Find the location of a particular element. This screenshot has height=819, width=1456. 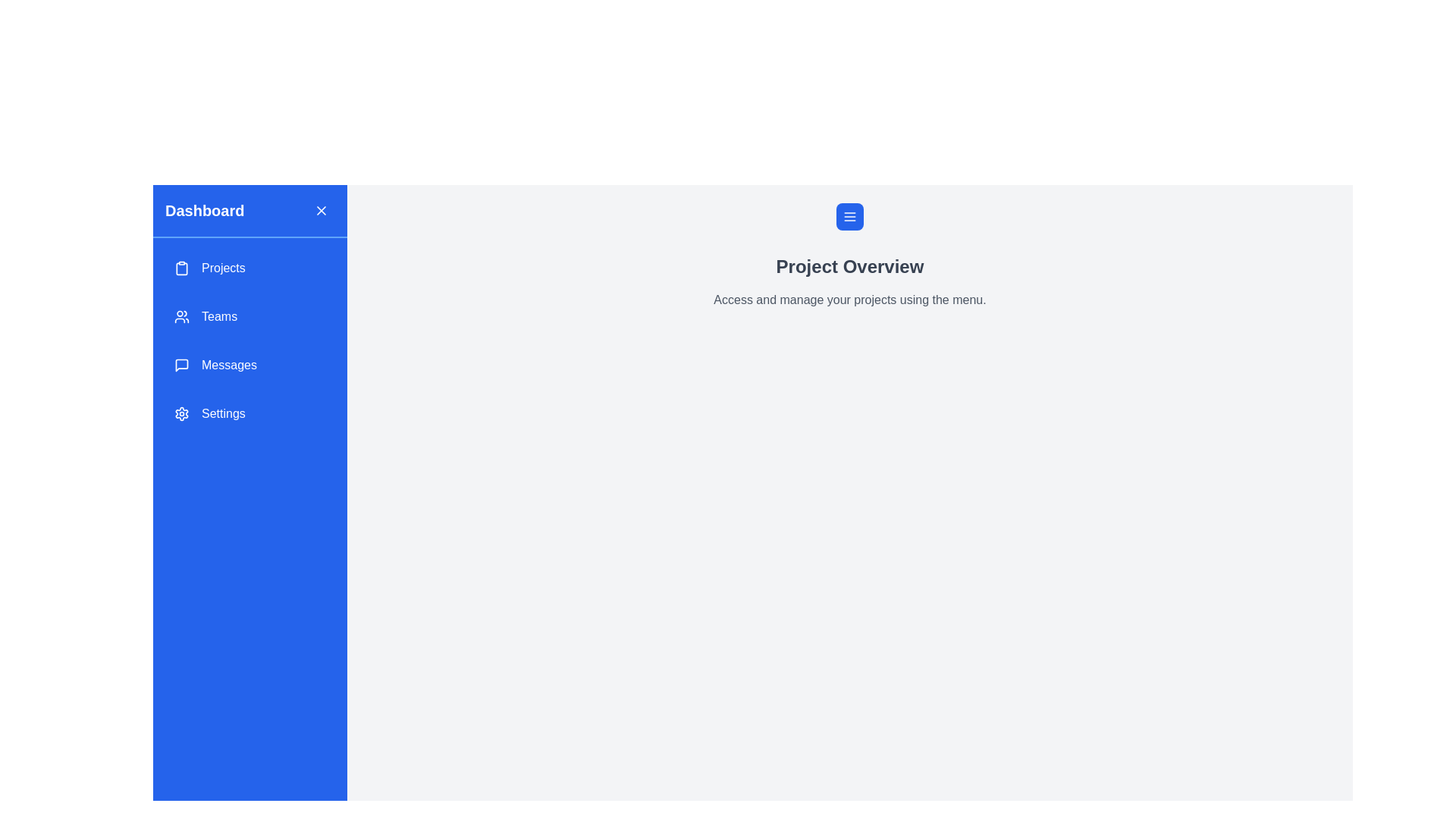

the 'Dashboard' text label, which is styled in white on a blue background and serves as a key heading in the navigation panel is located at coordinates (204, 210).